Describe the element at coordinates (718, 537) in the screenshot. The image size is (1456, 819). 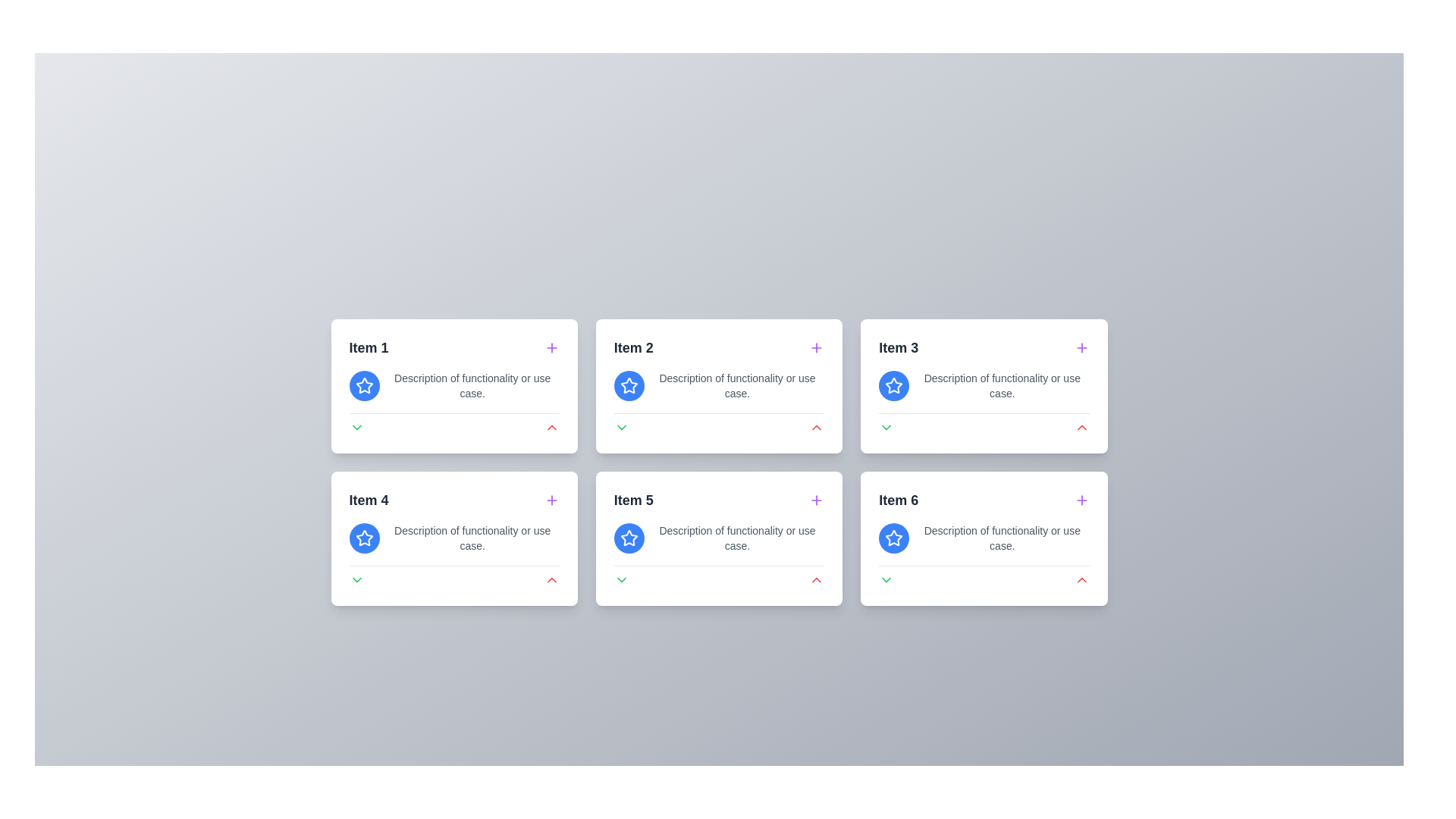
I see `the Text label located in the middle of the second row within the 'Item 5' card` at that location.